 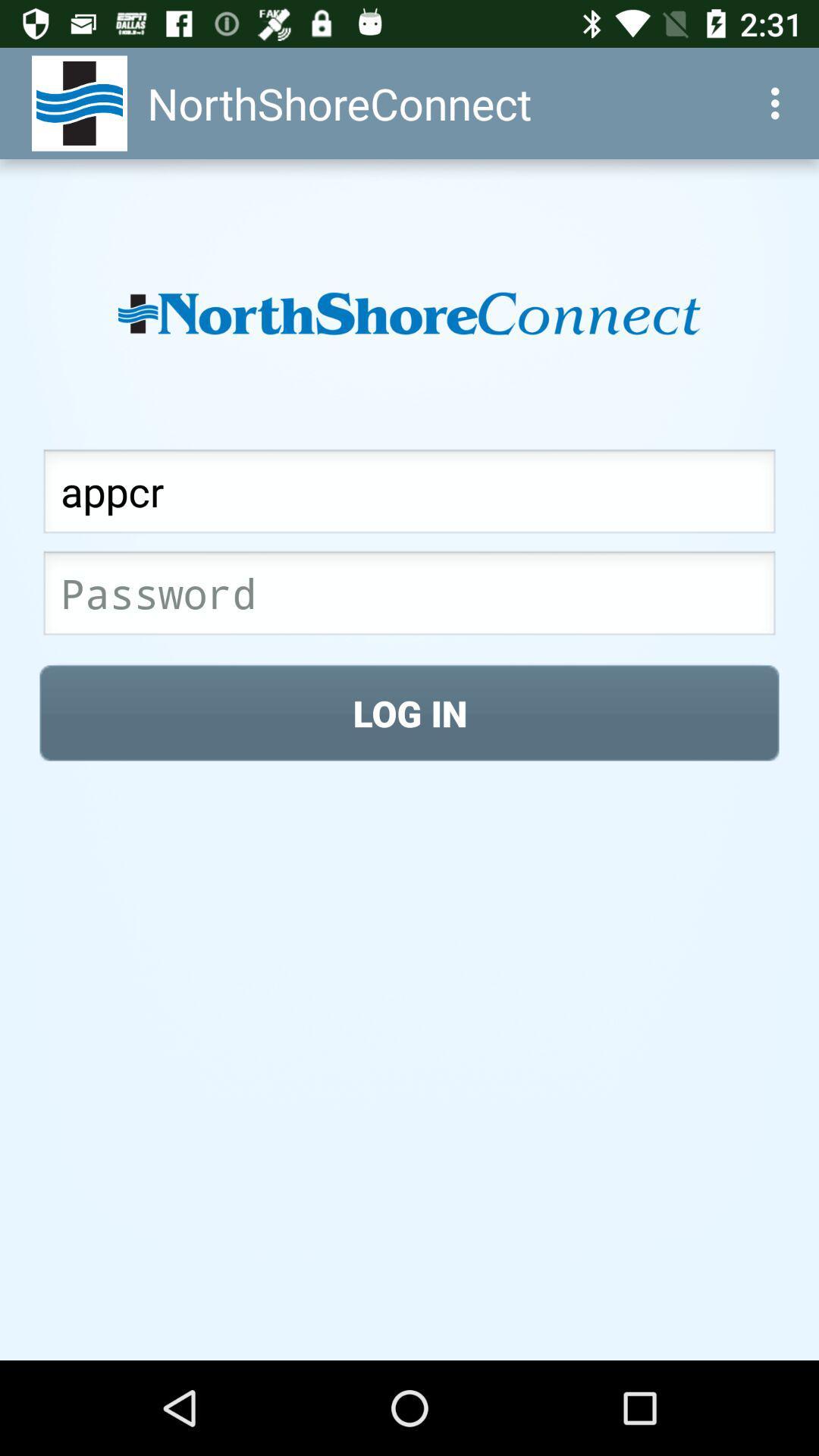 What do you see at coordinates (409, 597) in the screenshot?
I see `icon above the log in icon` at bounding box center [409, 597].